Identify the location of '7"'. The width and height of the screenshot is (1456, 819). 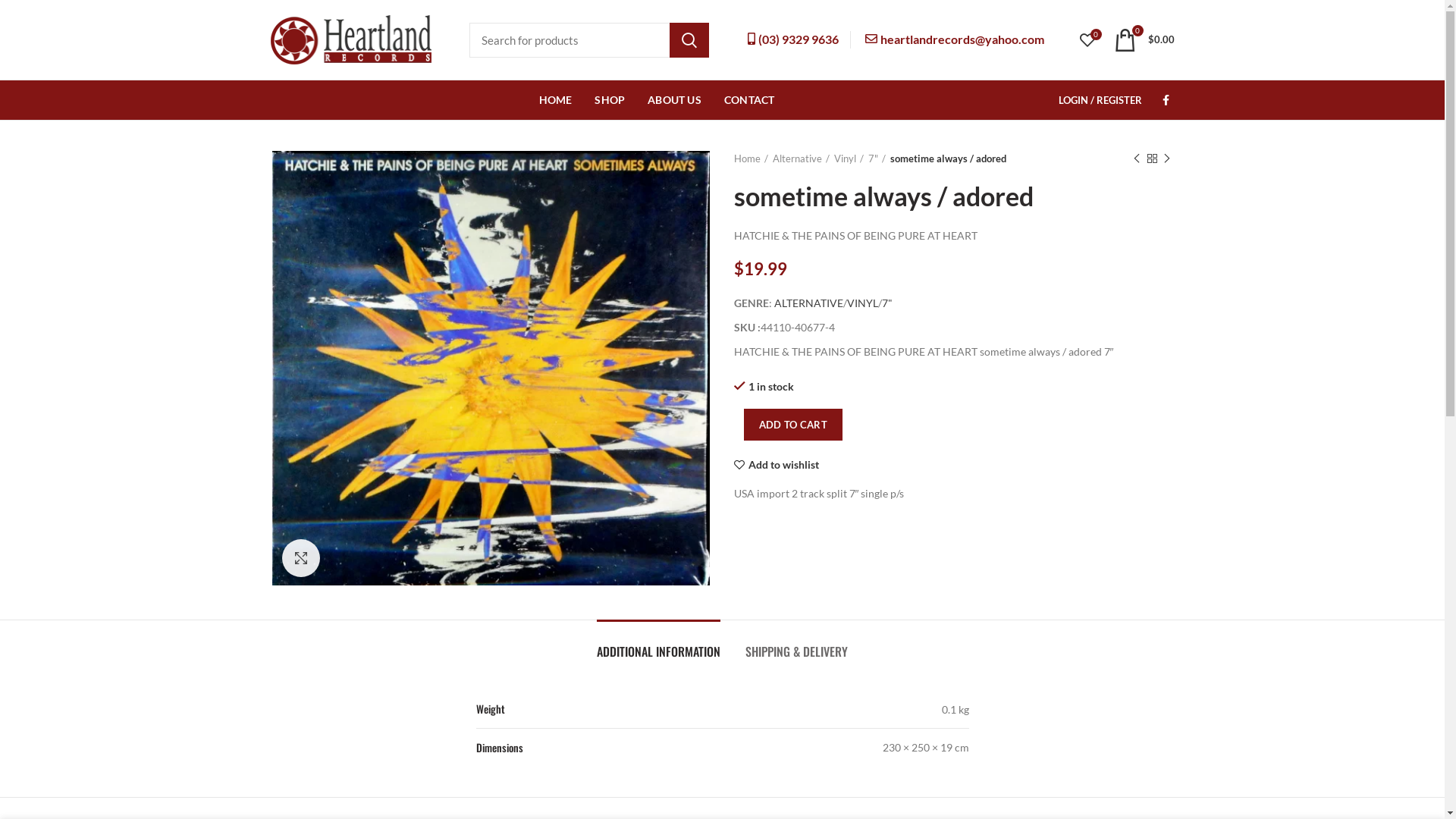
(876, 158).